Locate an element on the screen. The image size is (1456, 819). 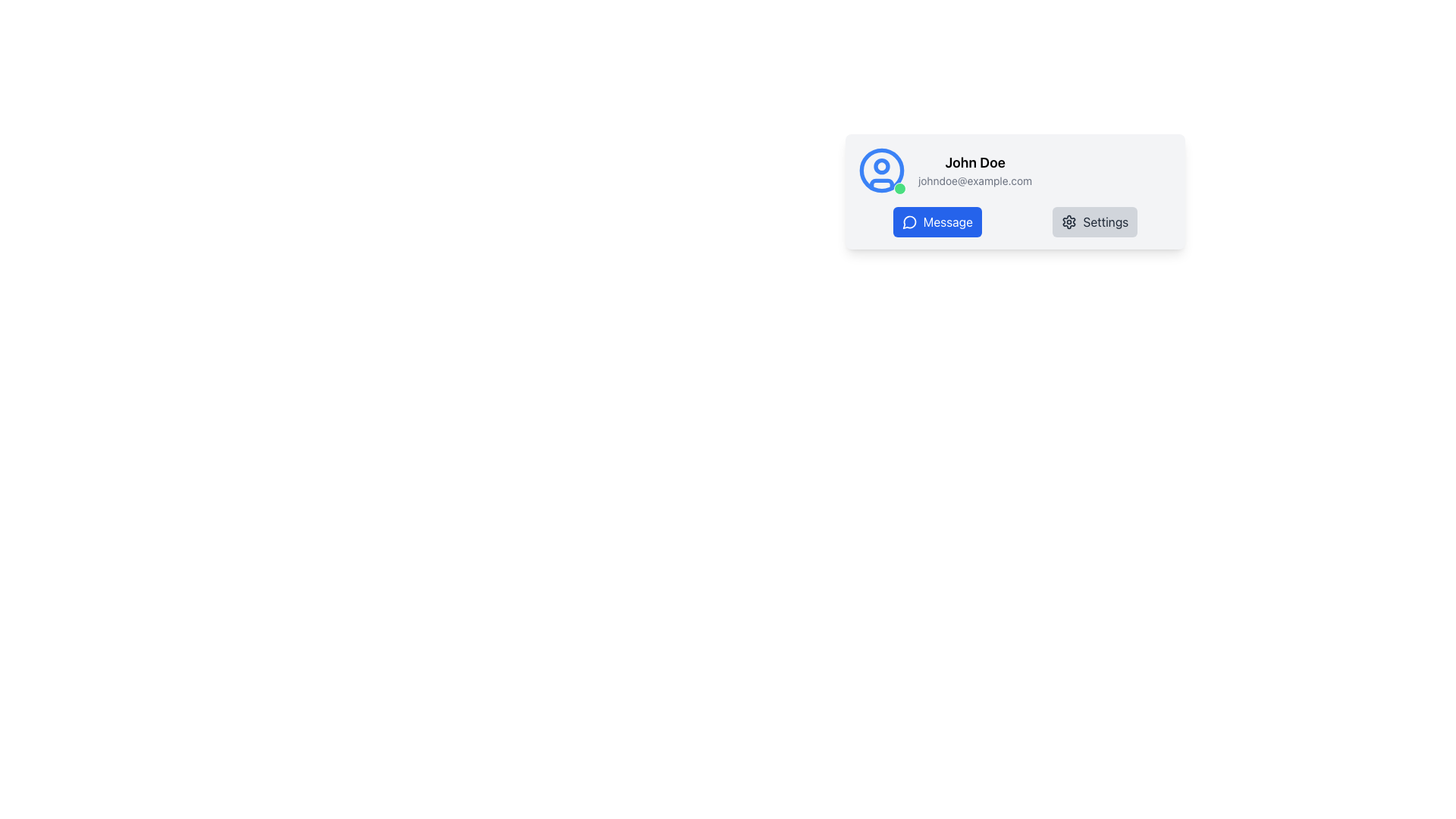
the user avatar with badge located at the left end of the layout containing the username 'John Doe' and email 'johndoe@example.com' is located at coordinates (881, 170).